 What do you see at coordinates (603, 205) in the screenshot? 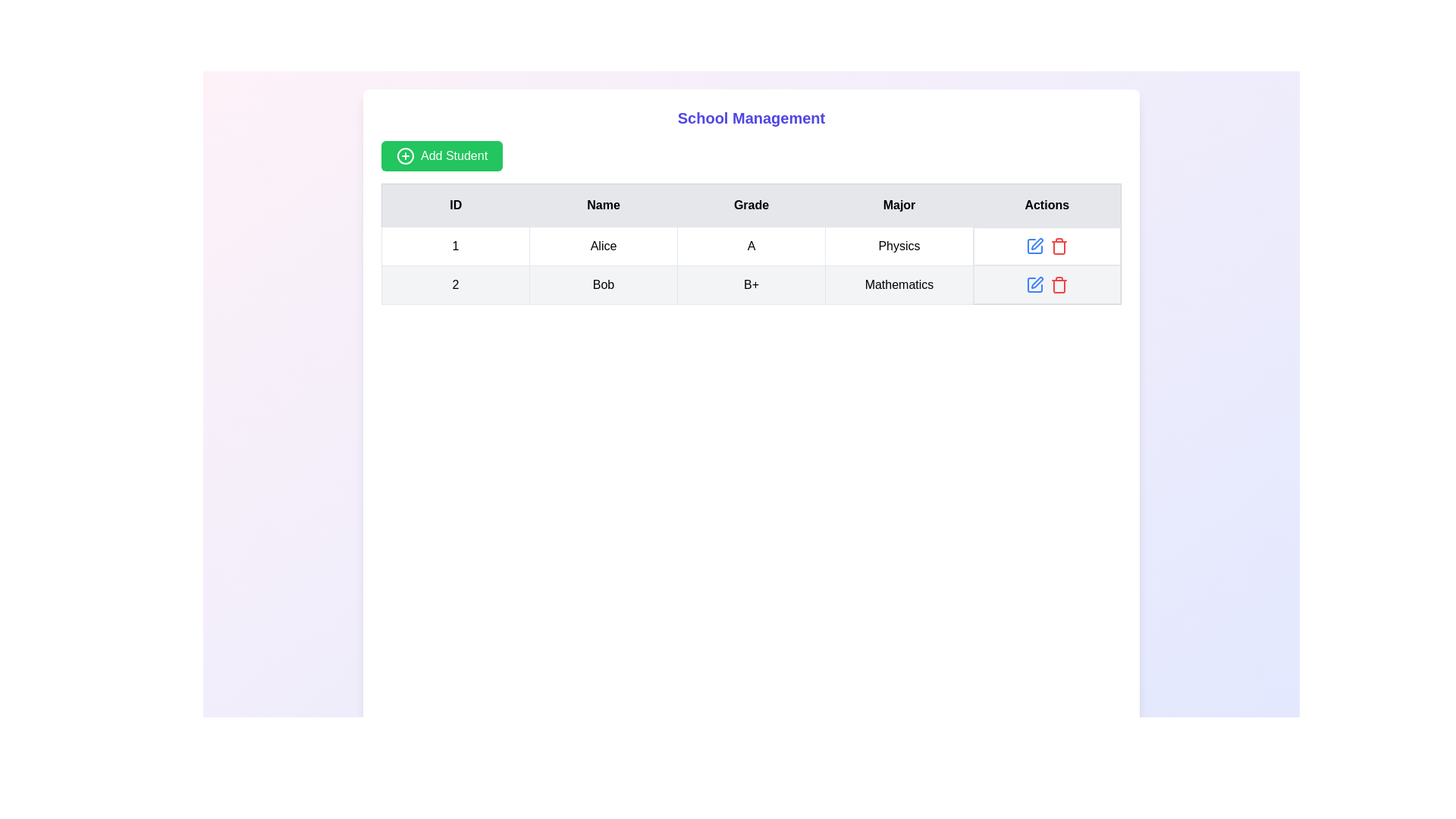
I see `the column header text label that indicates name values, located in the header row of the table, second from the left, between 'ID' and 'Grade'` at bounding box center [603, 205].